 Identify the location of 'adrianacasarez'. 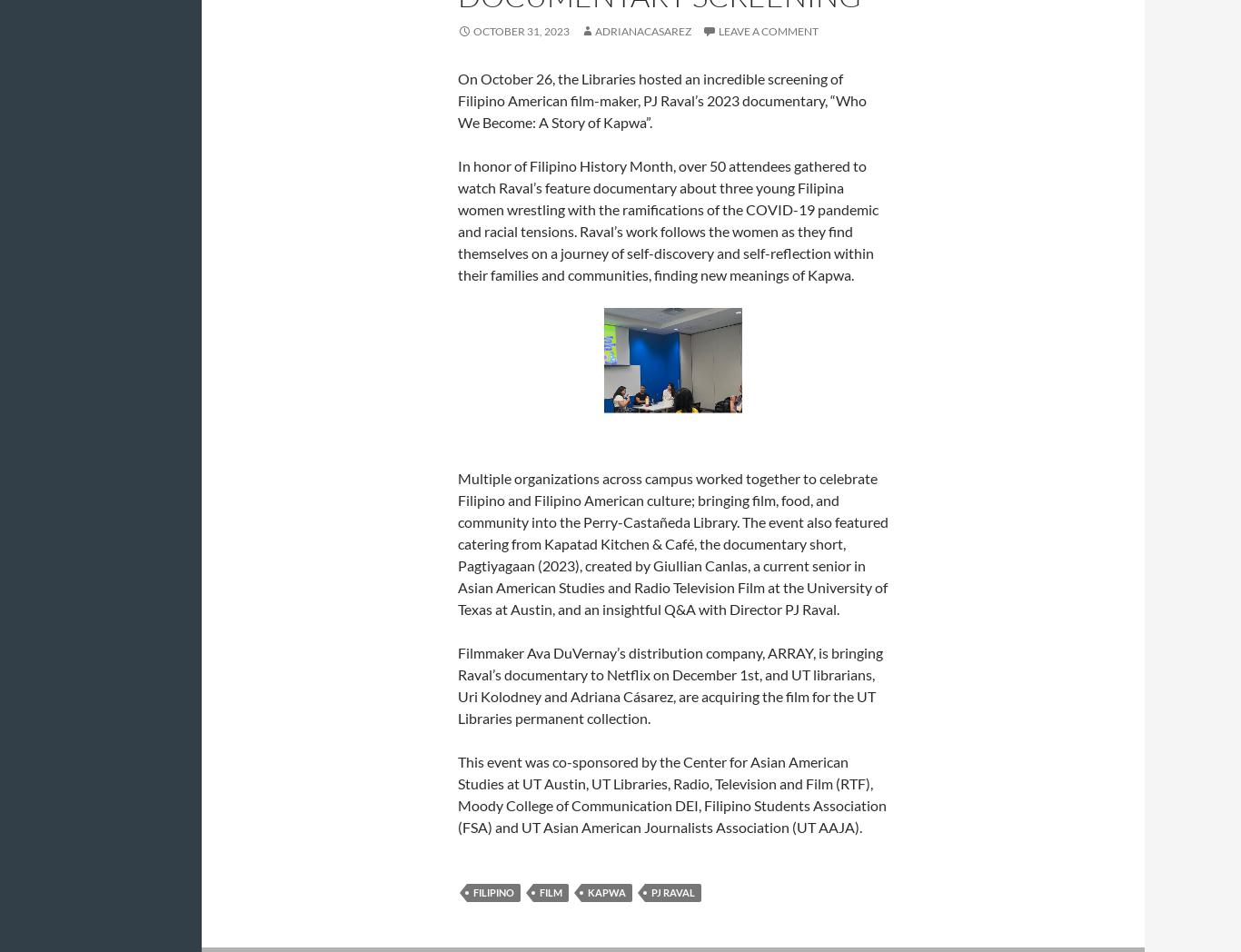
(642, 29).